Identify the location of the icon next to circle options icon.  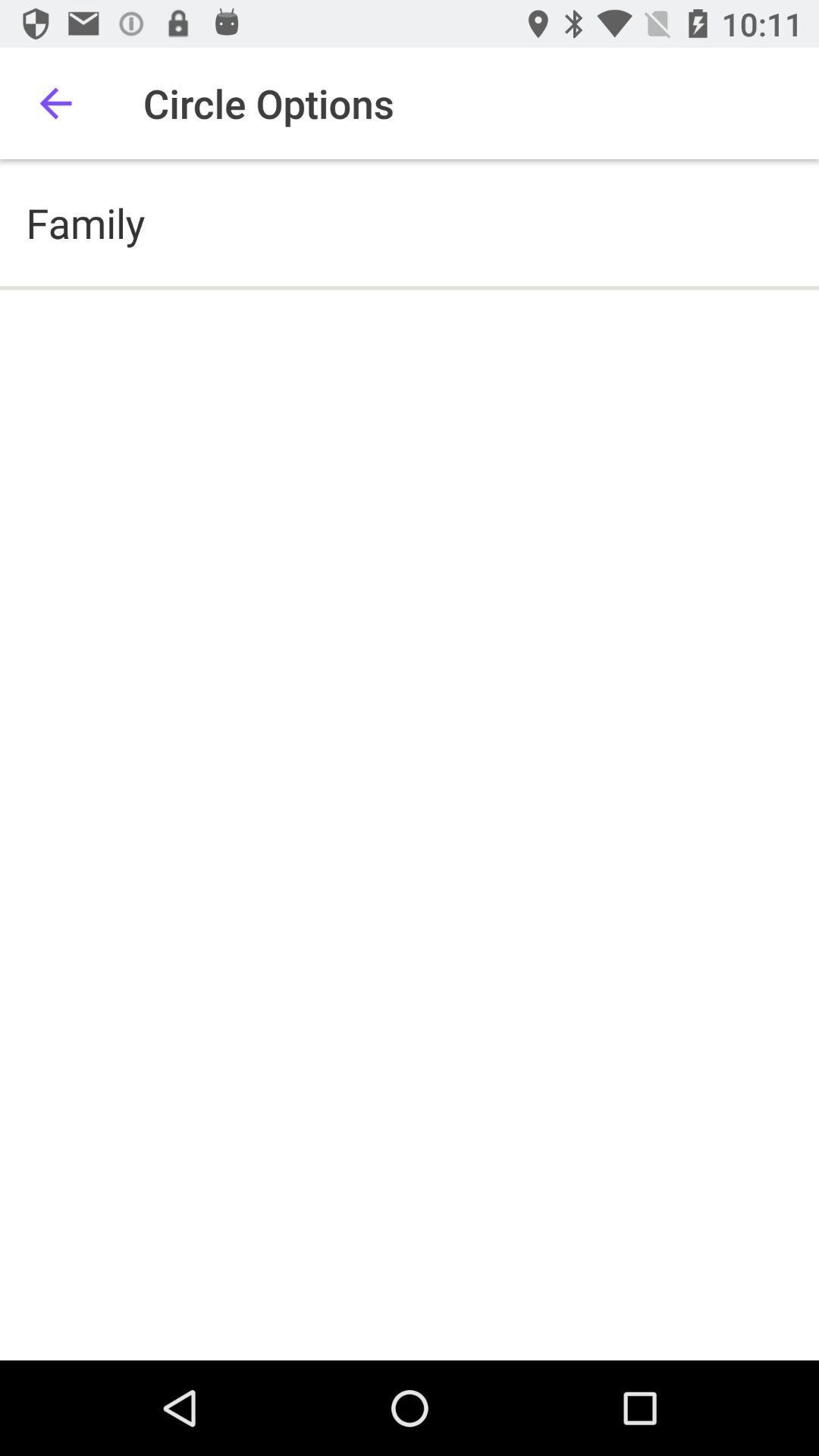
(55, 102).